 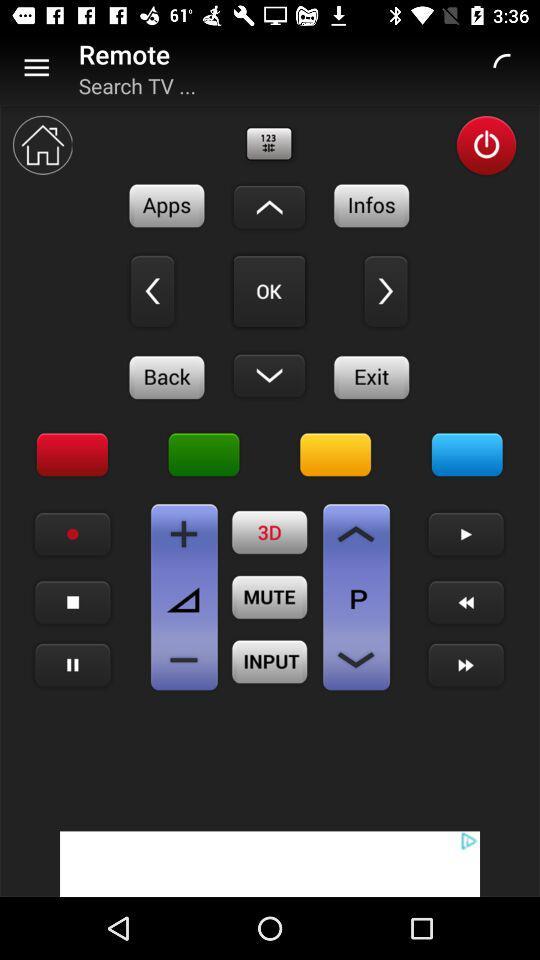 I want to click on ok or enter on remote, so click(x=269, y=290).